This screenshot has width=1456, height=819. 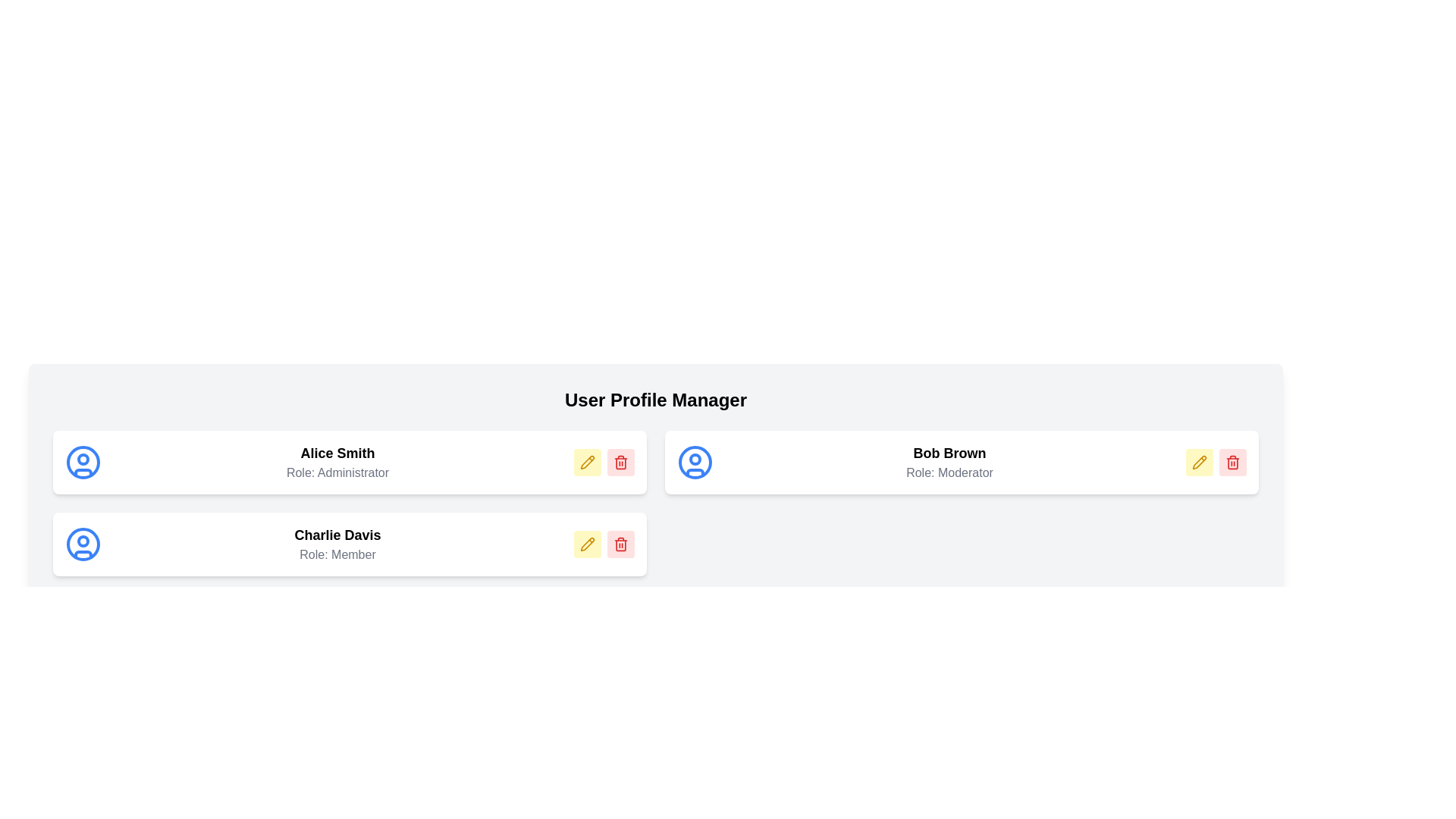 What do you see at coordinates (621, 461) in the screenshot?
I see `the small red button with a trash can icon located in the rightmost part of the button group within the user profile card to initiate a deletion` at bounding box center [621, 461].